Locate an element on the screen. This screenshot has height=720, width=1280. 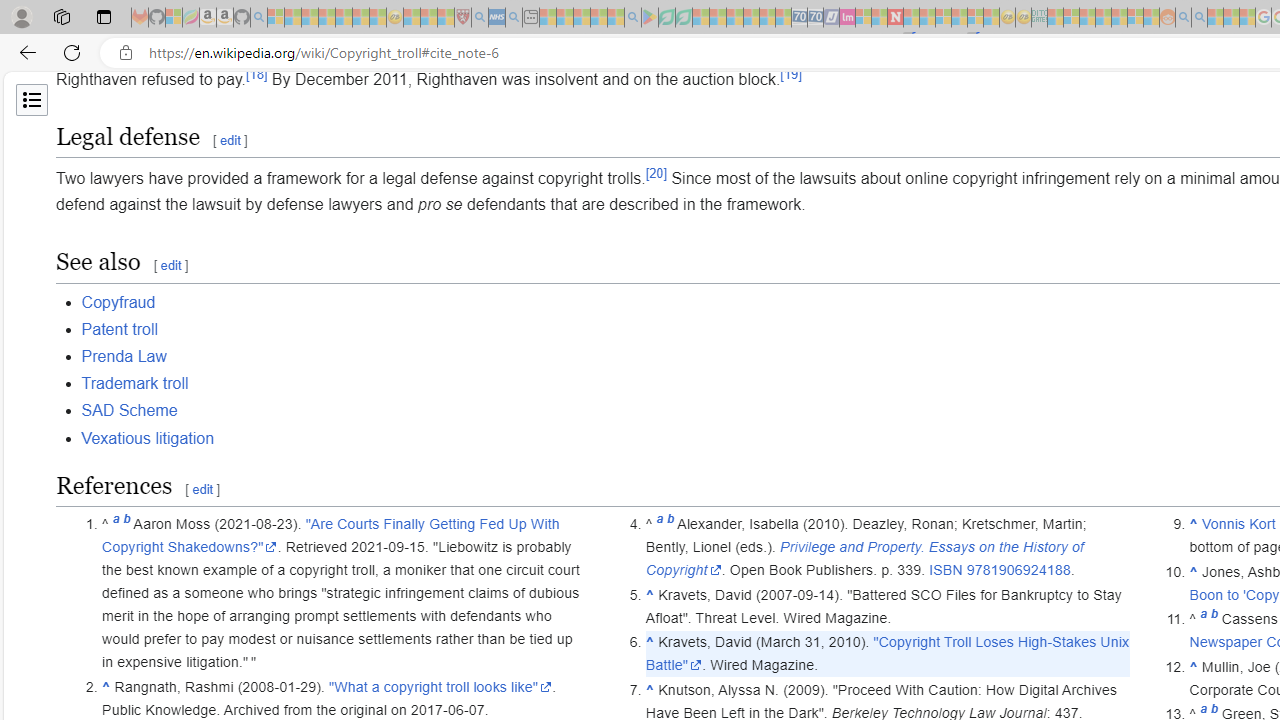
'ISBN' is located at coordinates (944, 570).